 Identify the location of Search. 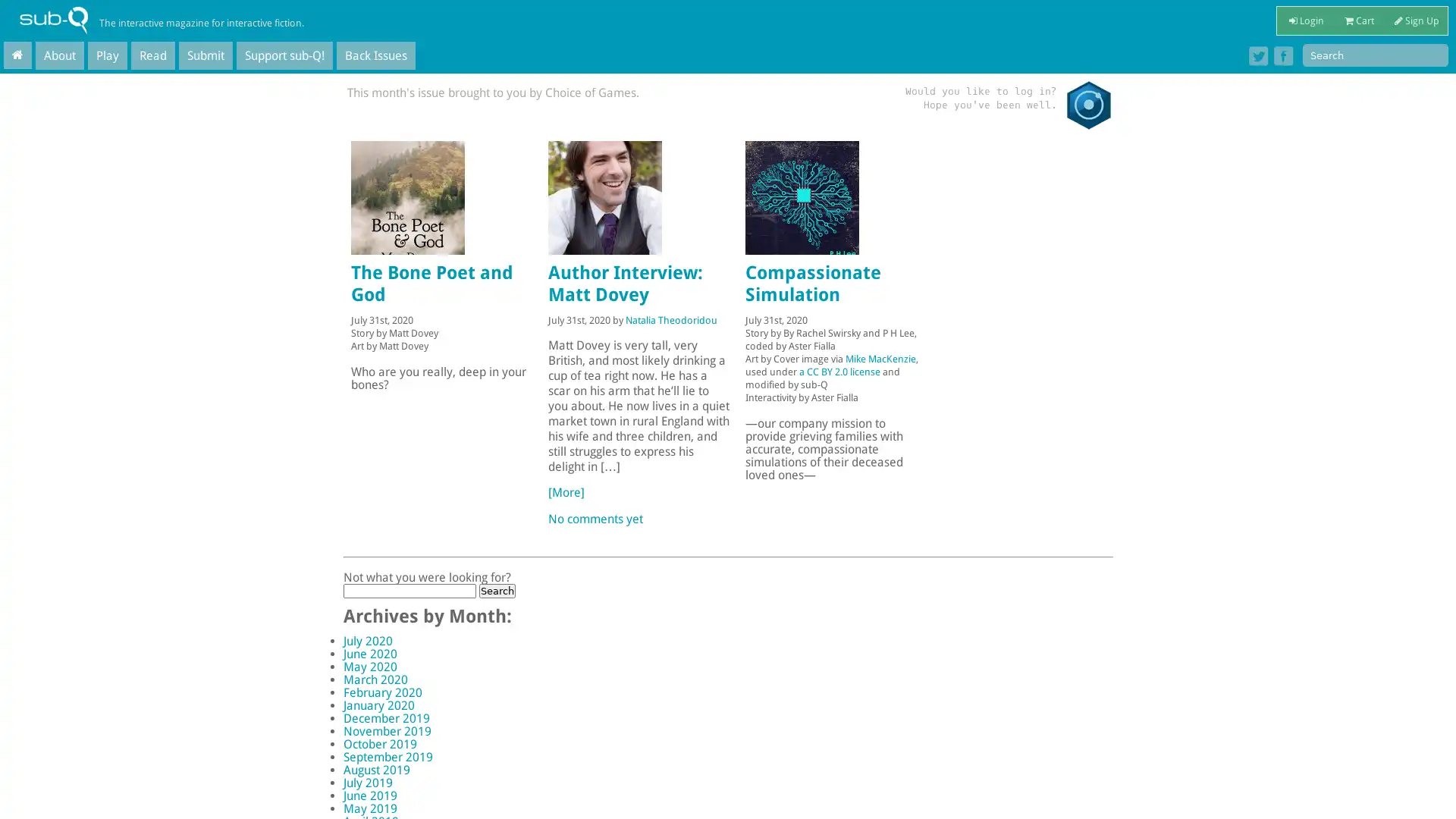
(496, 589).